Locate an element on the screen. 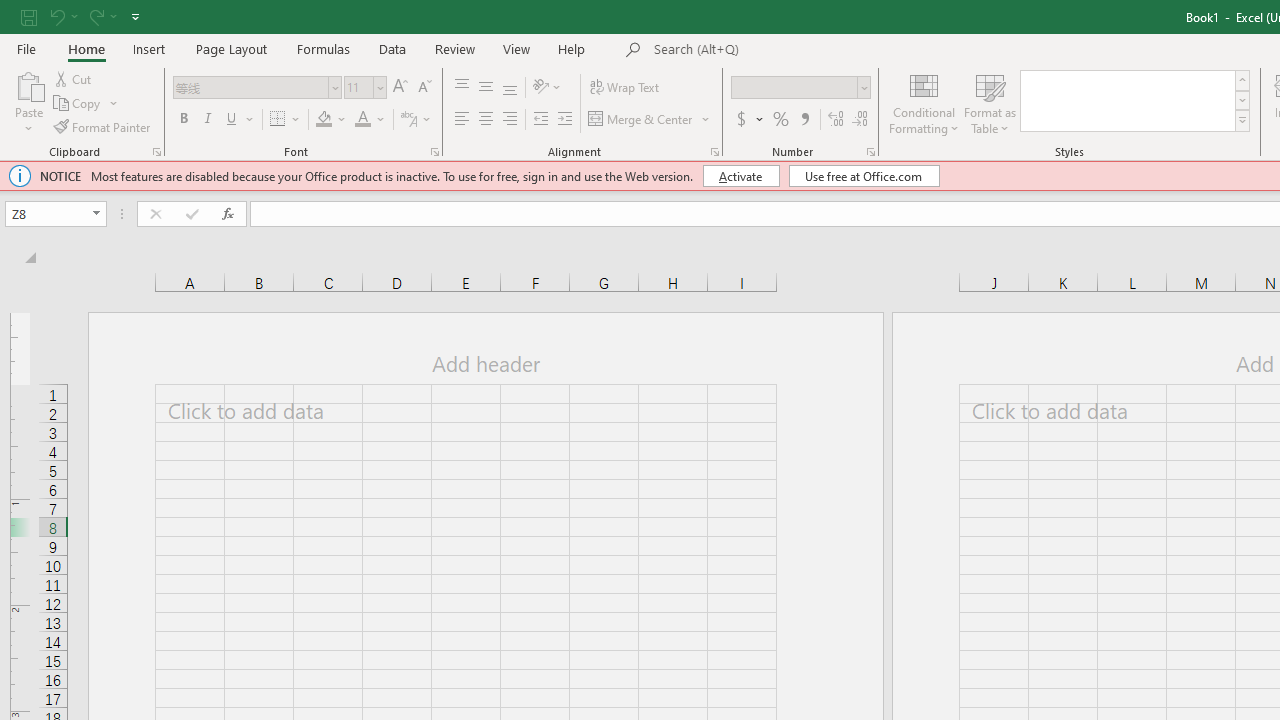 This screenshot has width=1280, height=720. 'Bottom Align' is located at coordinates (510, 86).